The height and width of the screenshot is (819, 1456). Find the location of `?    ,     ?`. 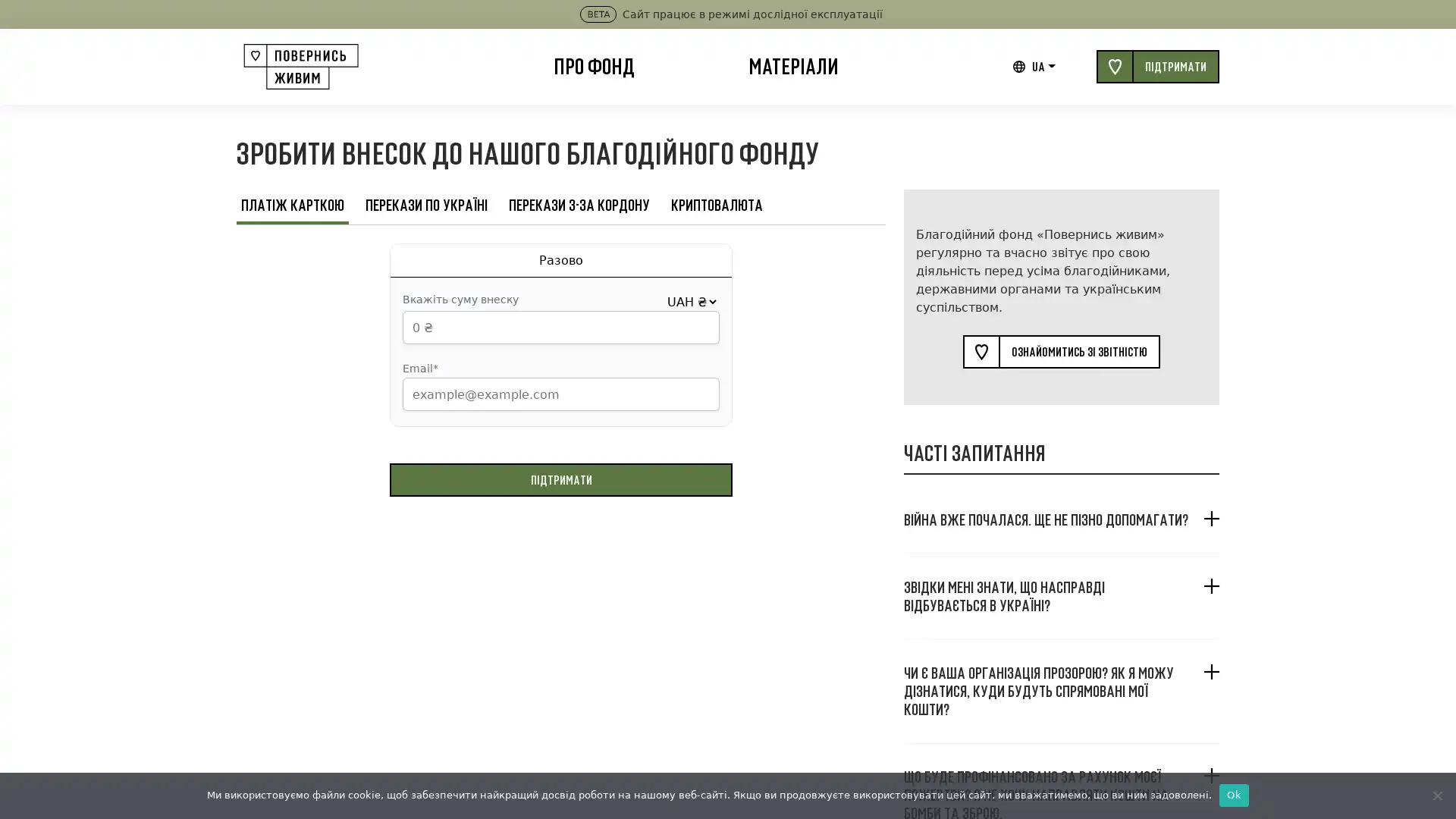

?    ,     ? is located at coordinates (1061, 690).